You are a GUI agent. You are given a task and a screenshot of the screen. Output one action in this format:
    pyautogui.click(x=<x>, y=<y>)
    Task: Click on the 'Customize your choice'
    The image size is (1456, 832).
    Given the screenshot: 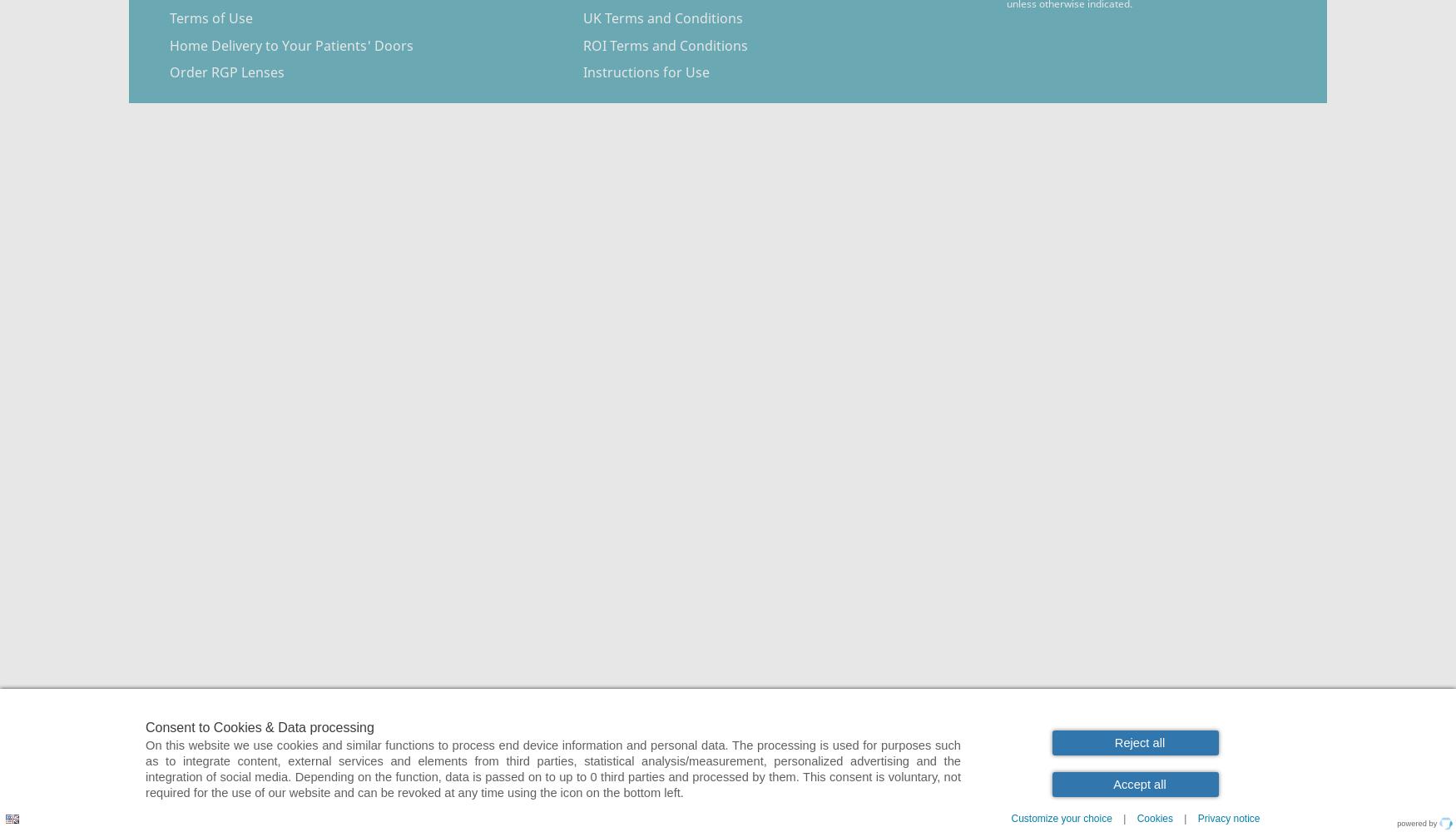 What is the action you would take?
    pyautogui.click(x=1060, y=818)
    